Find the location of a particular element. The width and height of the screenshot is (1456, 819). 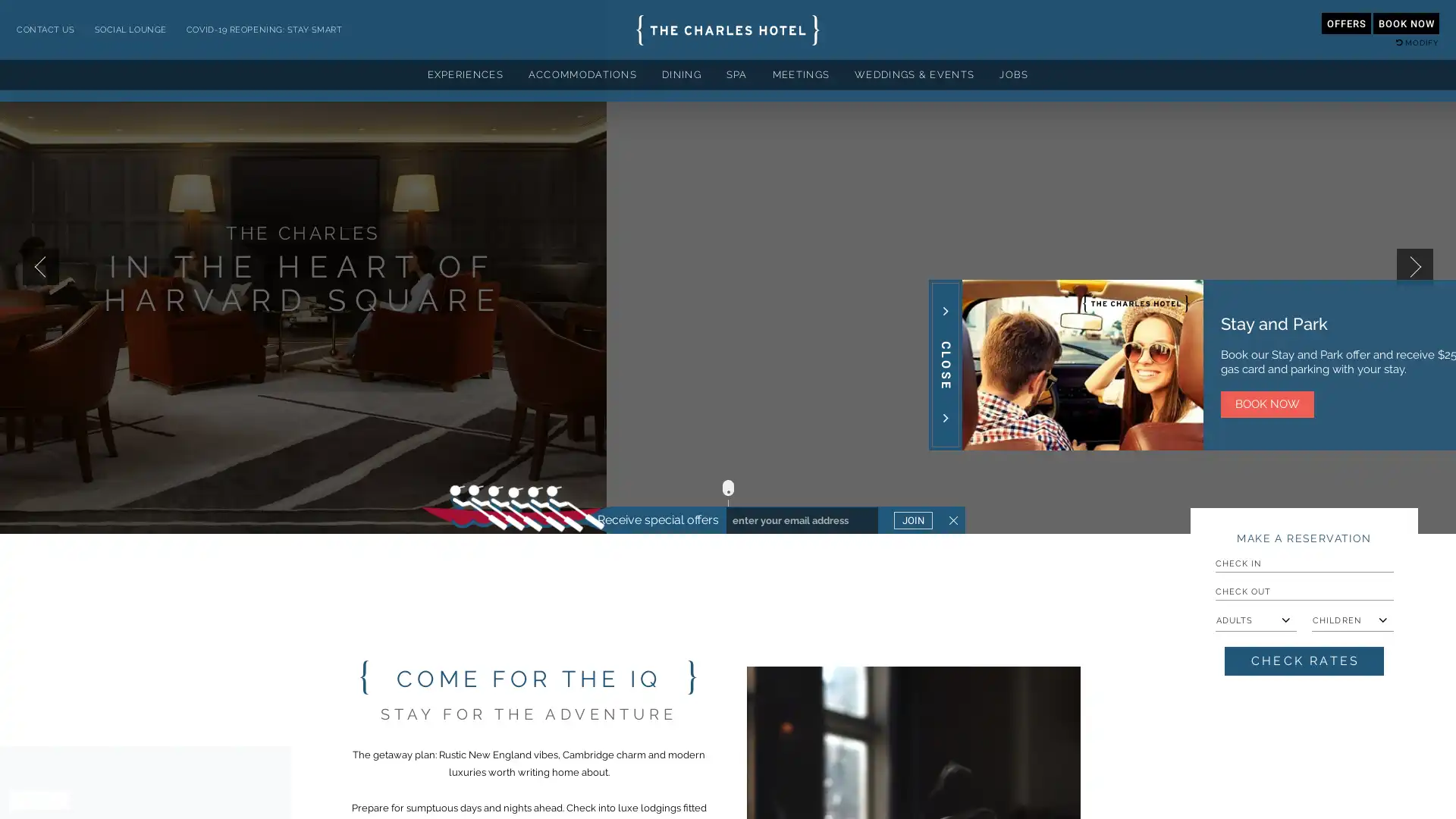

Close is located at coordinates (921, 365).